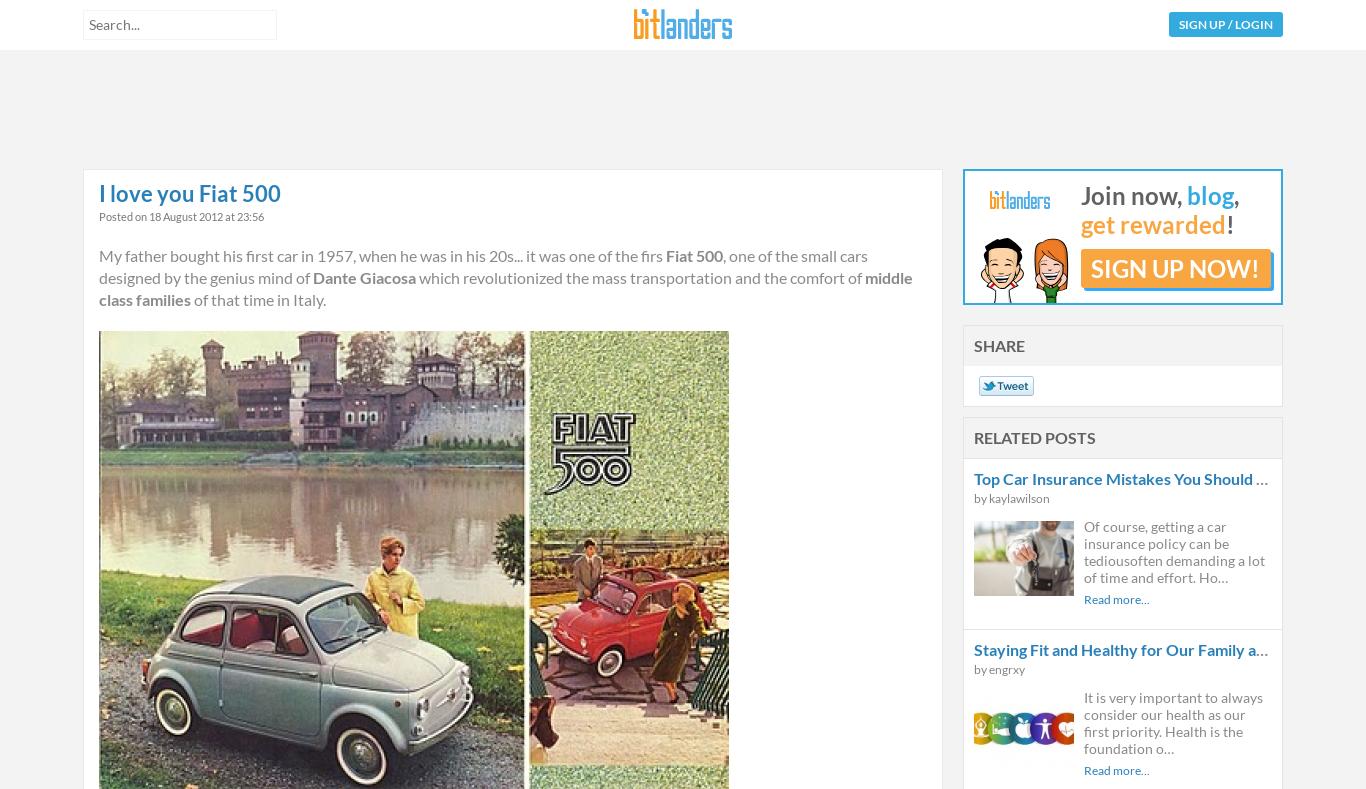  What do you see at coordinates (1134, 477) in the screenshot?
I see `'Top Car Insurance Mistakes You Should Avoid'` at bounding box center [1134, 477].